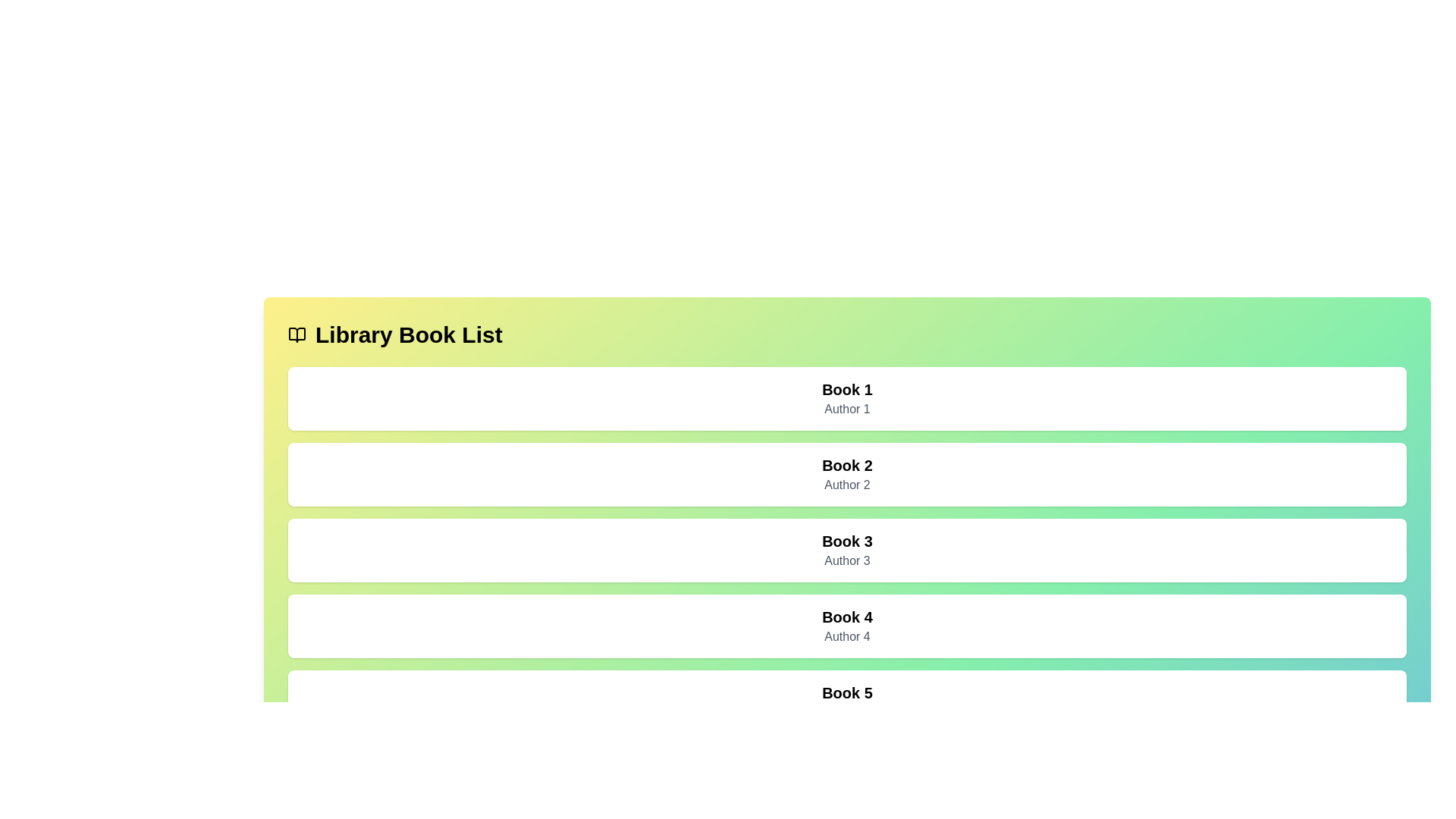  I want to click on the open book icon located at the top left of the interface, near the title 'Library Book List', so click(297, 334).